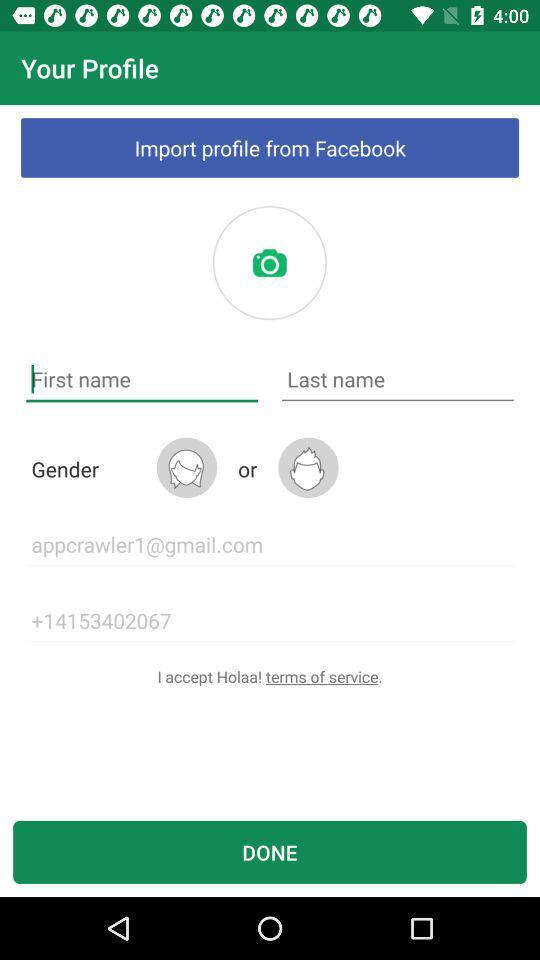  Describe the element at coordinates (270, 620) in the screenshot. I see `icon above the i accept holaa icon` at that location.